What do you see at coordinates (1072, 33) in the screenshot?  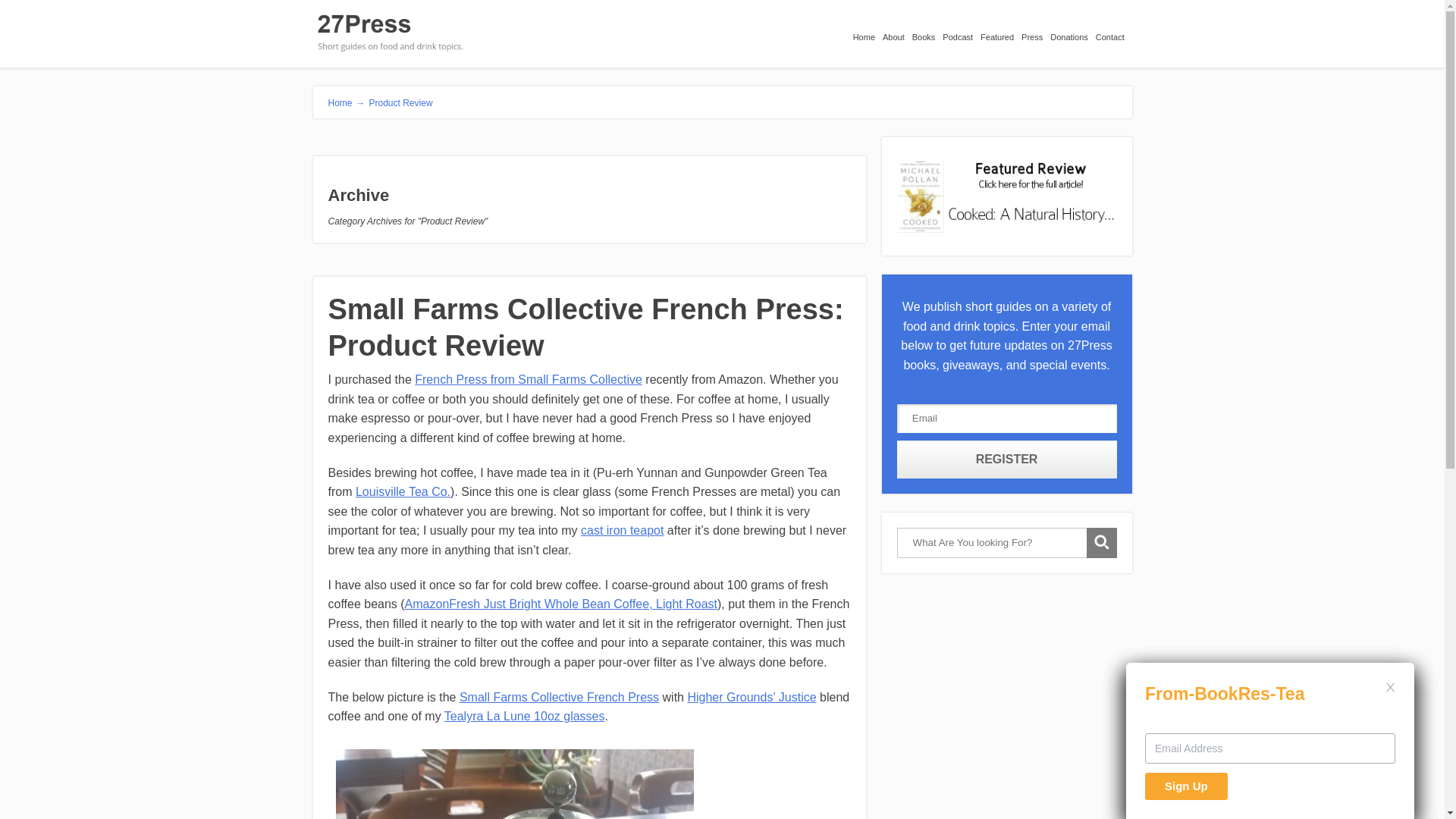 I see `'Donations'` at bounding box center [1072, 33].